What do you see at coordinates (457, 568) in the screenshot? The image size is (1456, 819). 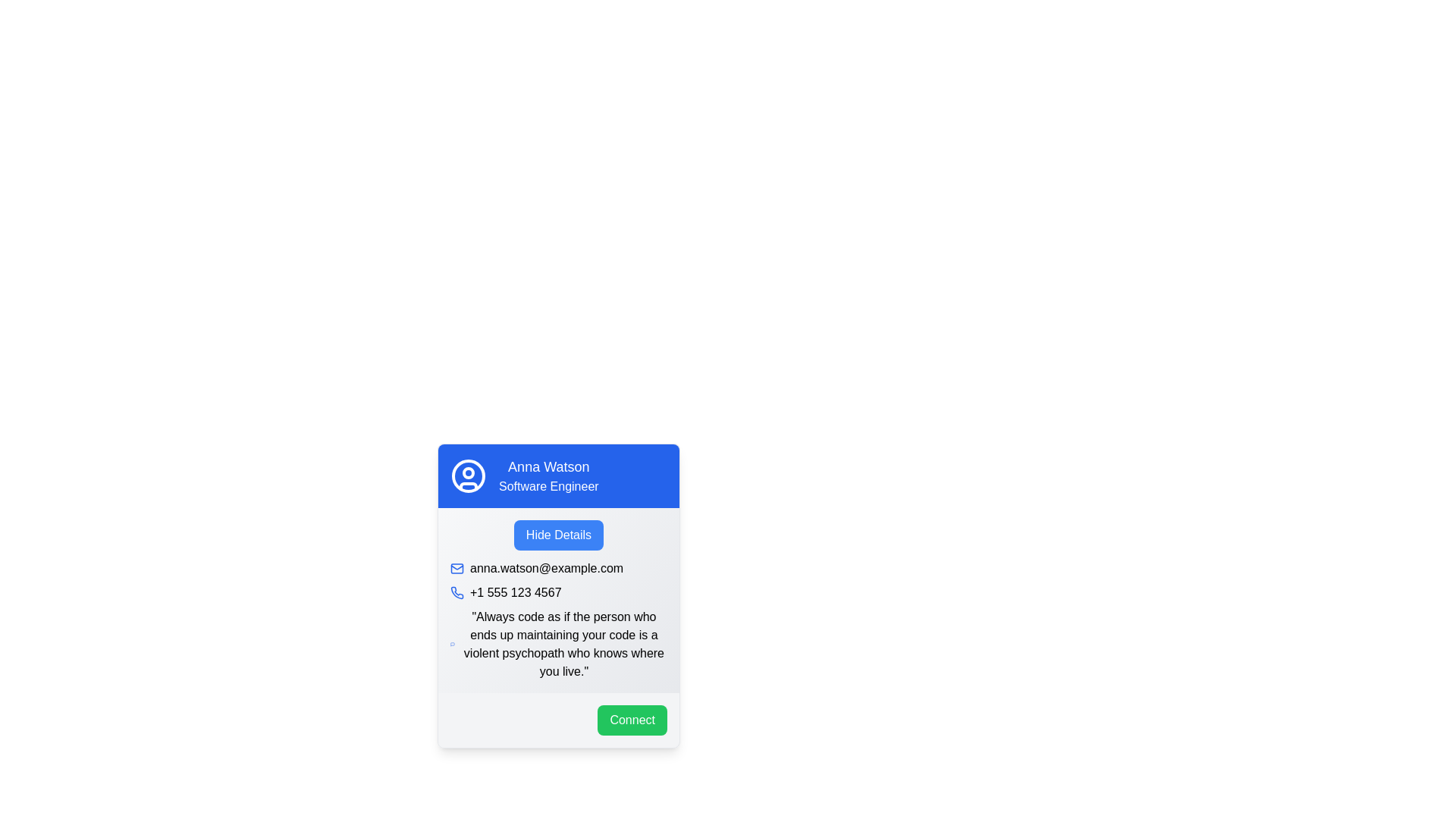 I see `the email icon located to the left of the 'anna.watson@example.com' text in the contact card` at bounding box center [457, 568].